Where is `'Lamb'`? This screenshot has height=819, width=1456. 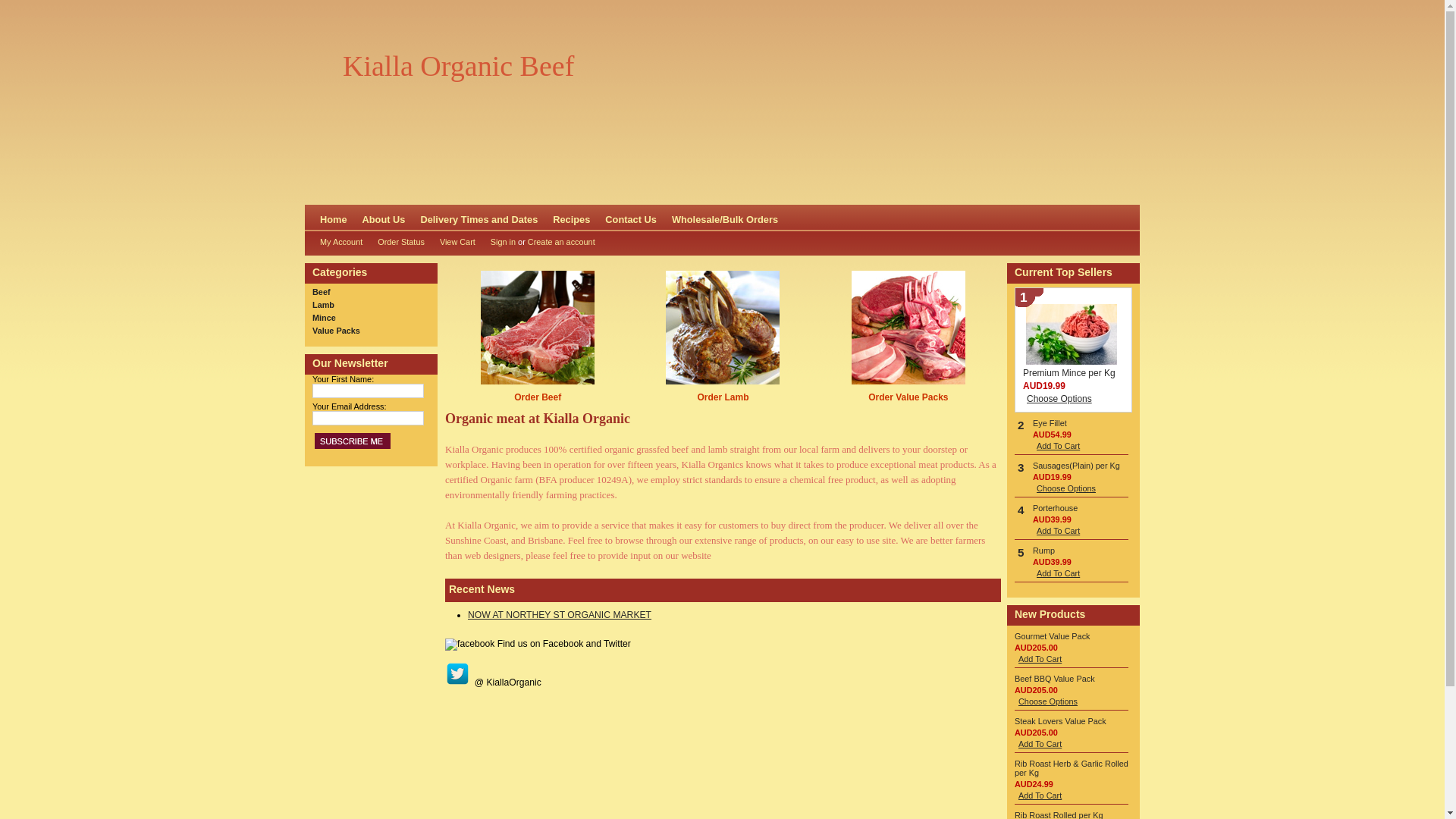
'Lamb' is located at coordinates (312, 304).